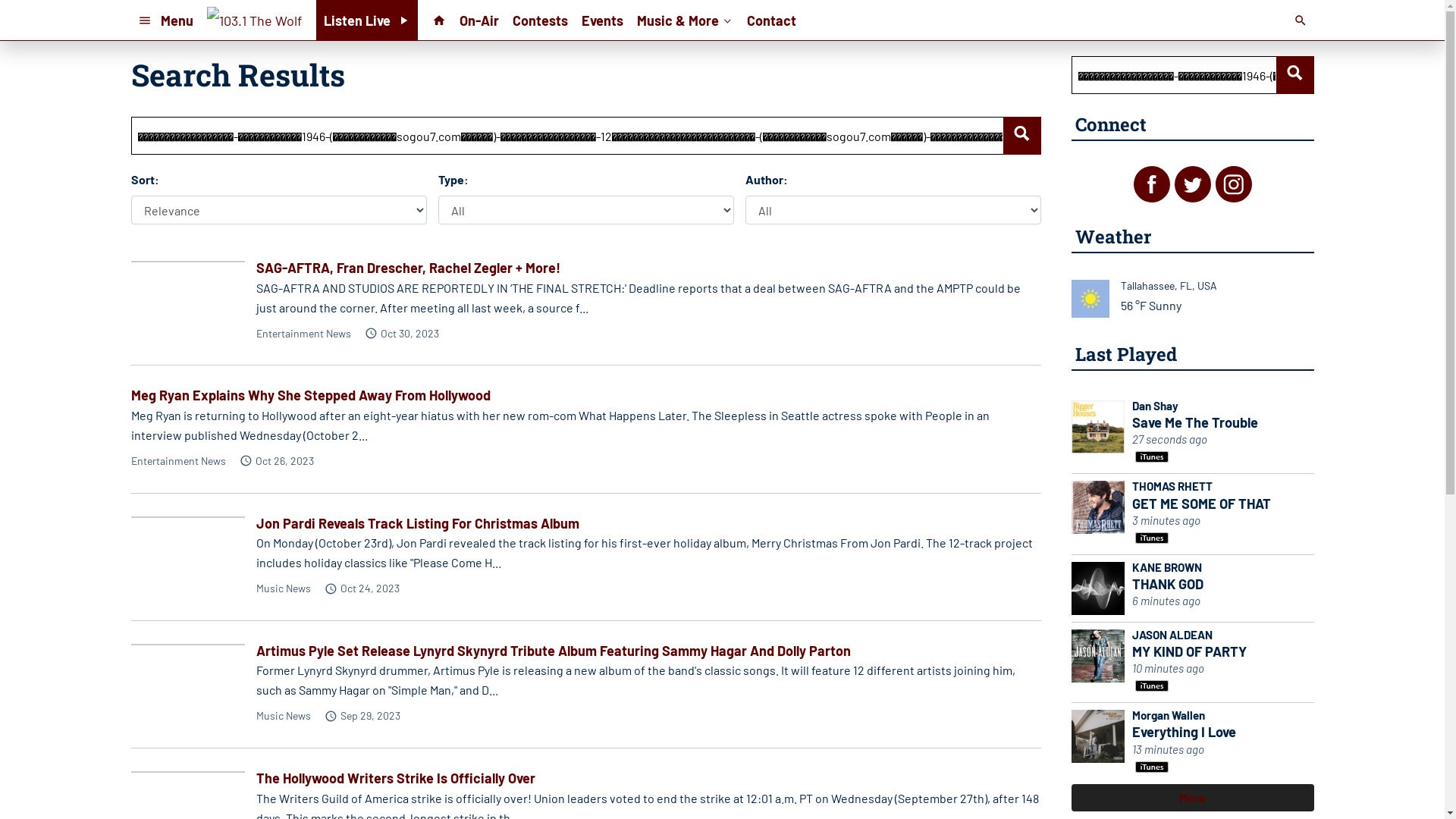 The height and width of the screenshot is (819, 1456). Describe the element at coordinates (771, 20) in the screenshot. I see `'Contact'` at that location.